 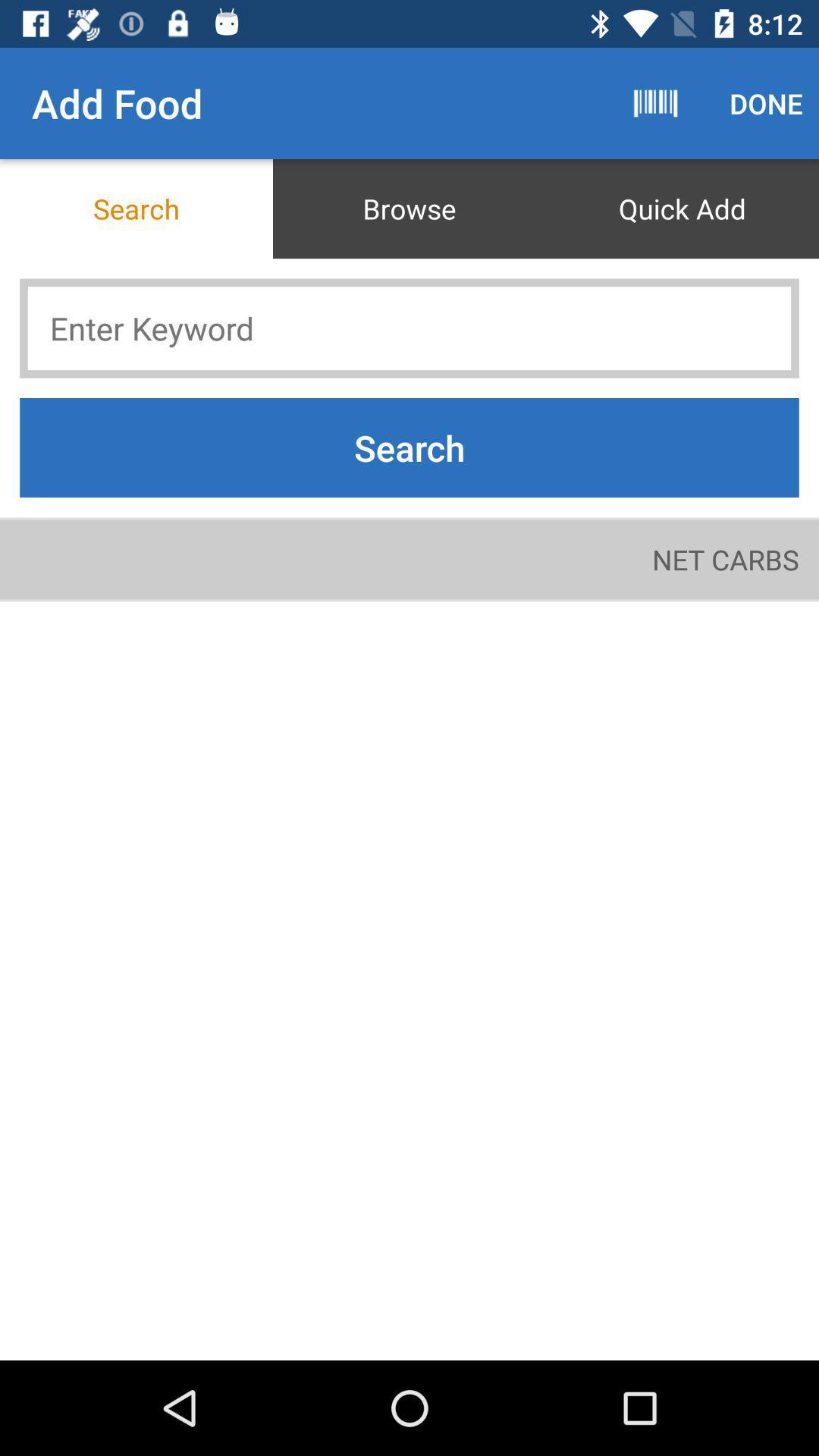 What do you see at coordinates (409, 328) in the screenshot?
I see `keyword to search` at bounding box center [409, 328].